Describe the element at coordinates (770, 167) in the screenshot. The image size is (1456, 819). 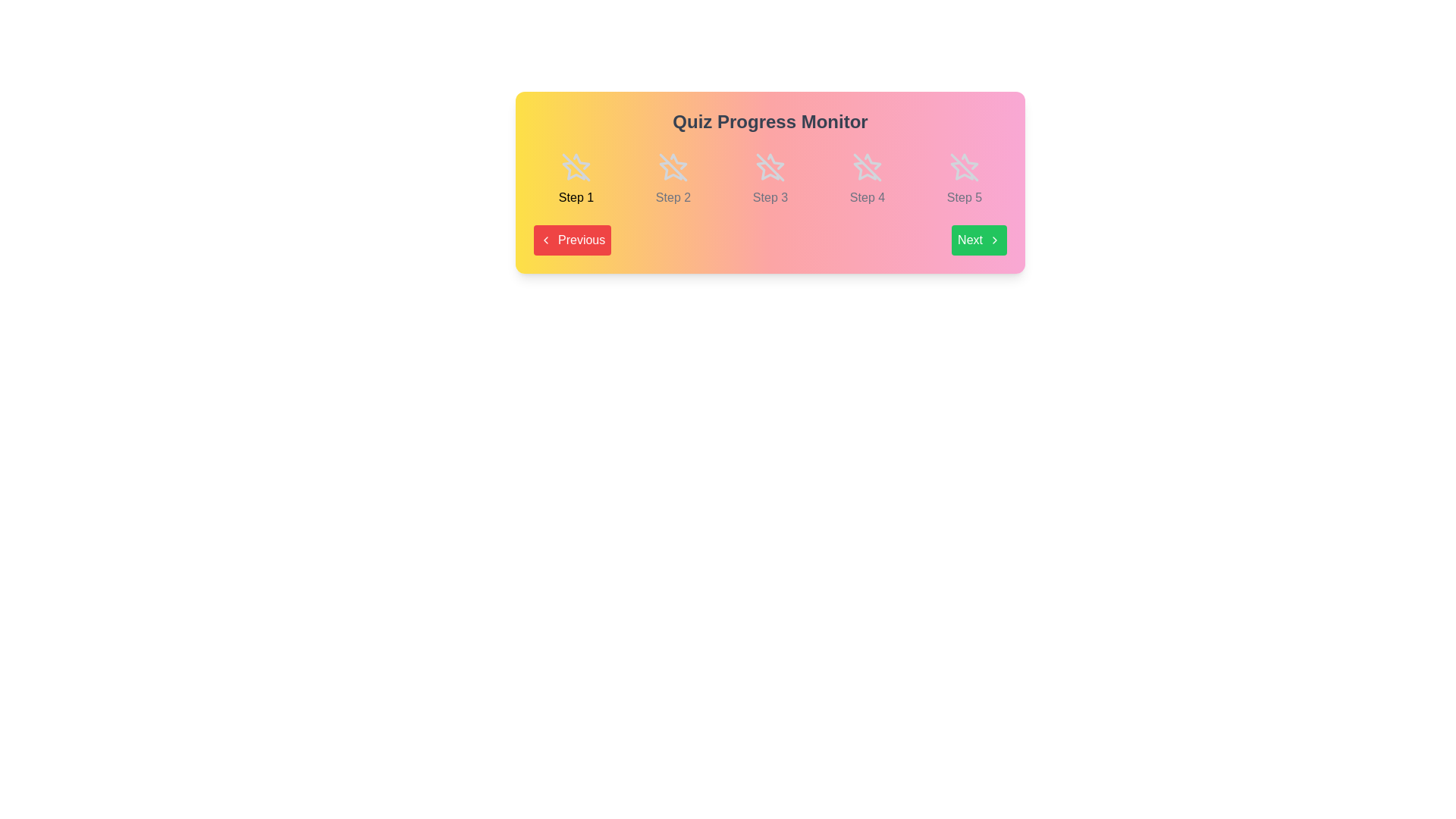
I see `the third icon in the horizontal sequence of five icons that indicates the current or inactive status of the third step in a progress monitor` at that location.